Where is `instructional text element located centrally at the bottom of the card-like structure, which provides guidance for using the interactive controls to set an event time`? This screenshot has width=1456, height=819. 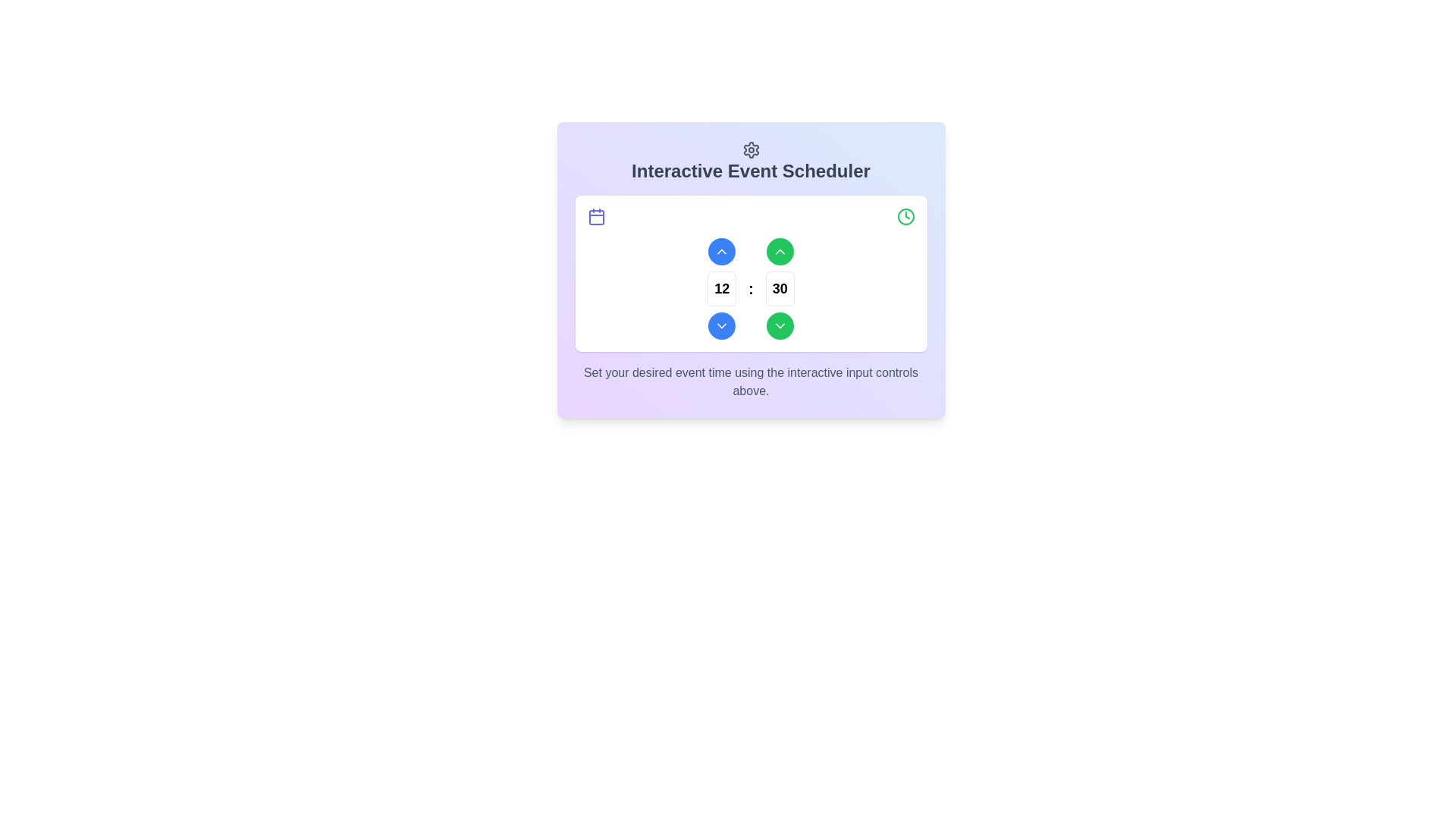 instructional text element located centrally at the bottom of the card-like structure, which provides guidance for using the interactive controls to set an event time is located at coordinates (751, 381).